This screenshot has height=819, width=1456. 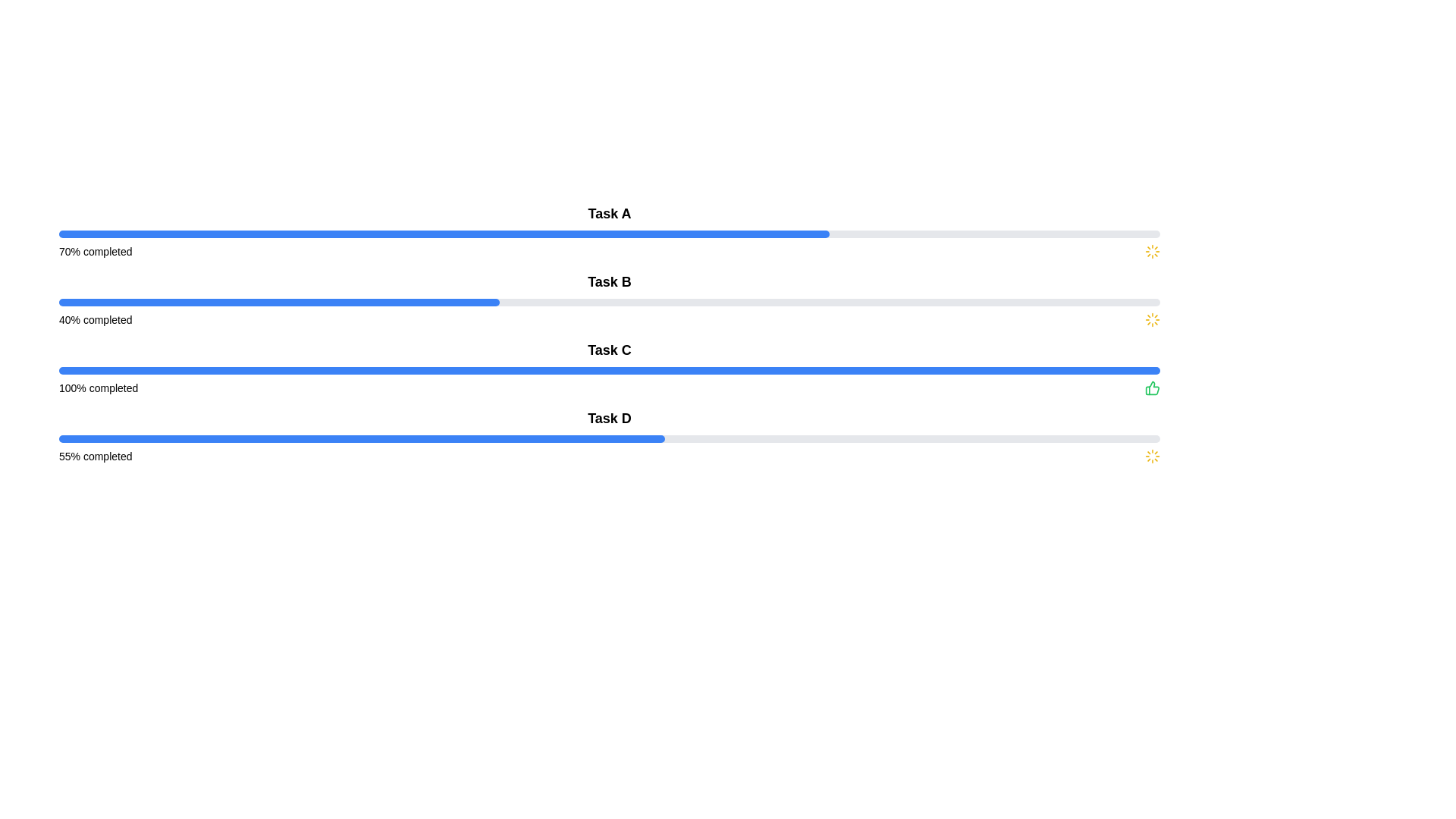 What do you see at coordinates (610, 388) in the screenshot?
I see `the label indicating a 100% completion status for Task C, which includes a thumbs-up icon on the right side` at bounding box center [610, 388].